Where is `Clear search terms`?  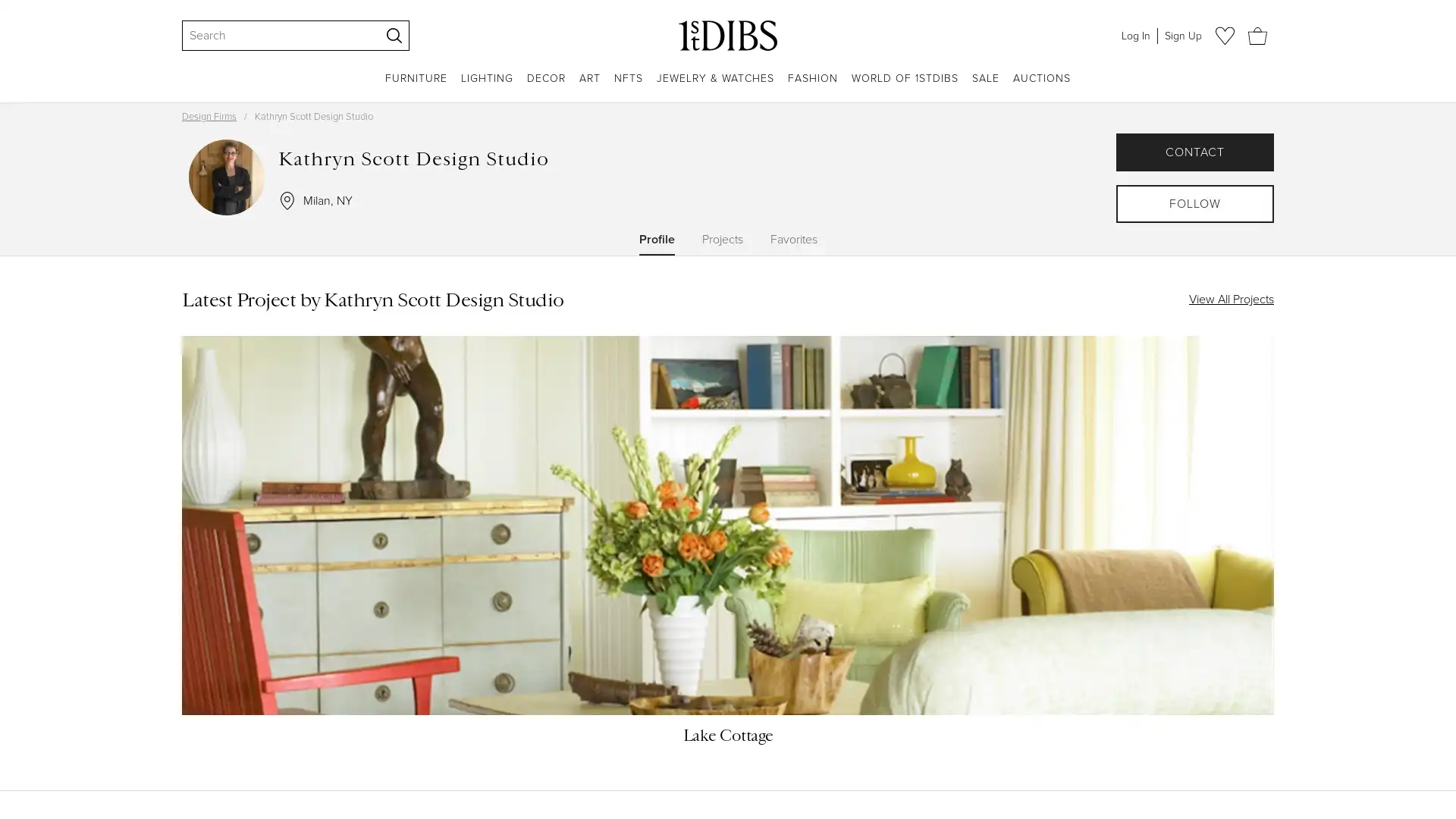
Clear search terms is located at coordinates (369, 34).